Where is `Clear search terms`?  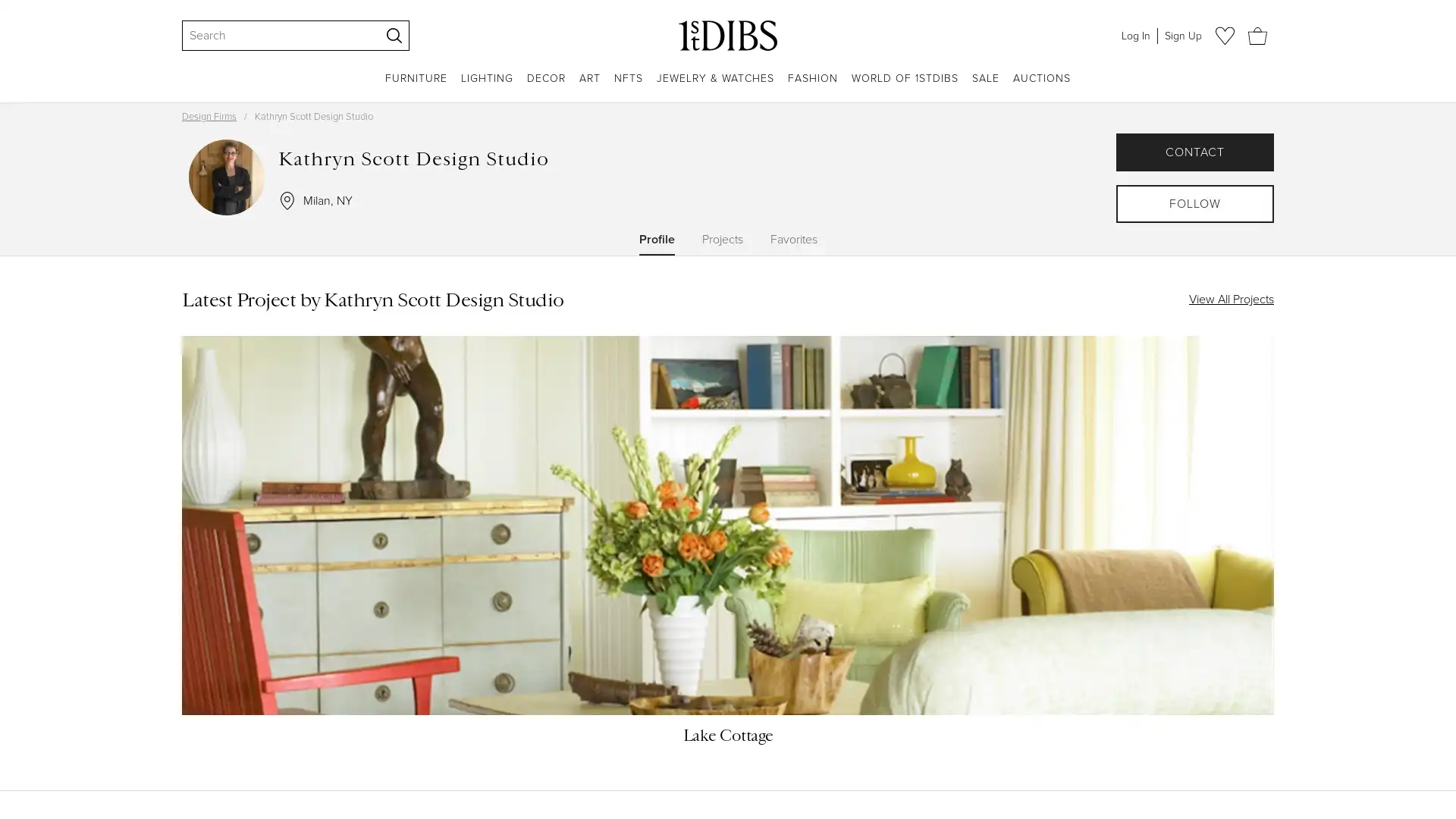
Clear search terms is located at coordinates (369, 34).